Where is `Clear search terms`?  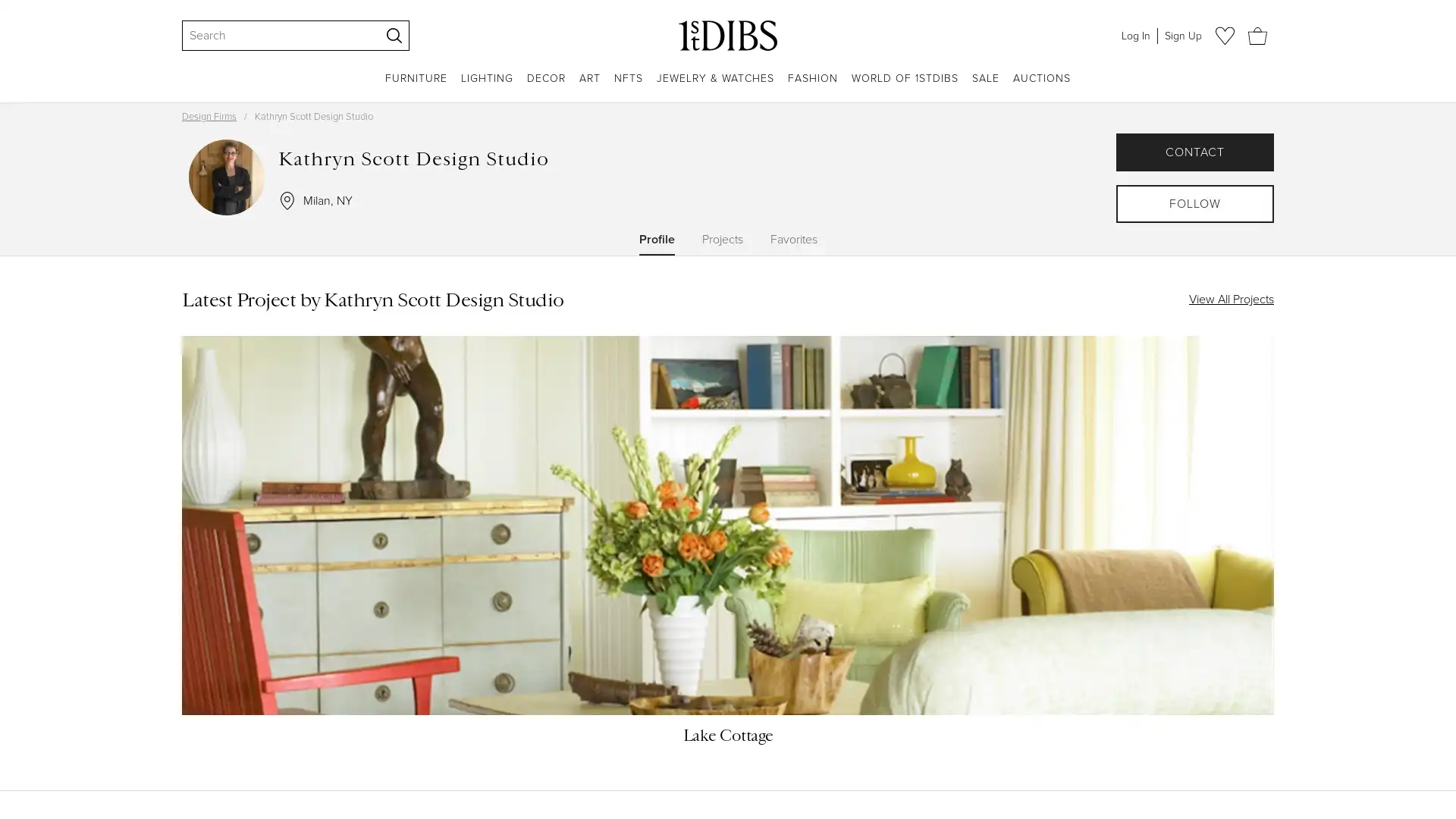
Clear search terms is located at coordinates (369, 34).